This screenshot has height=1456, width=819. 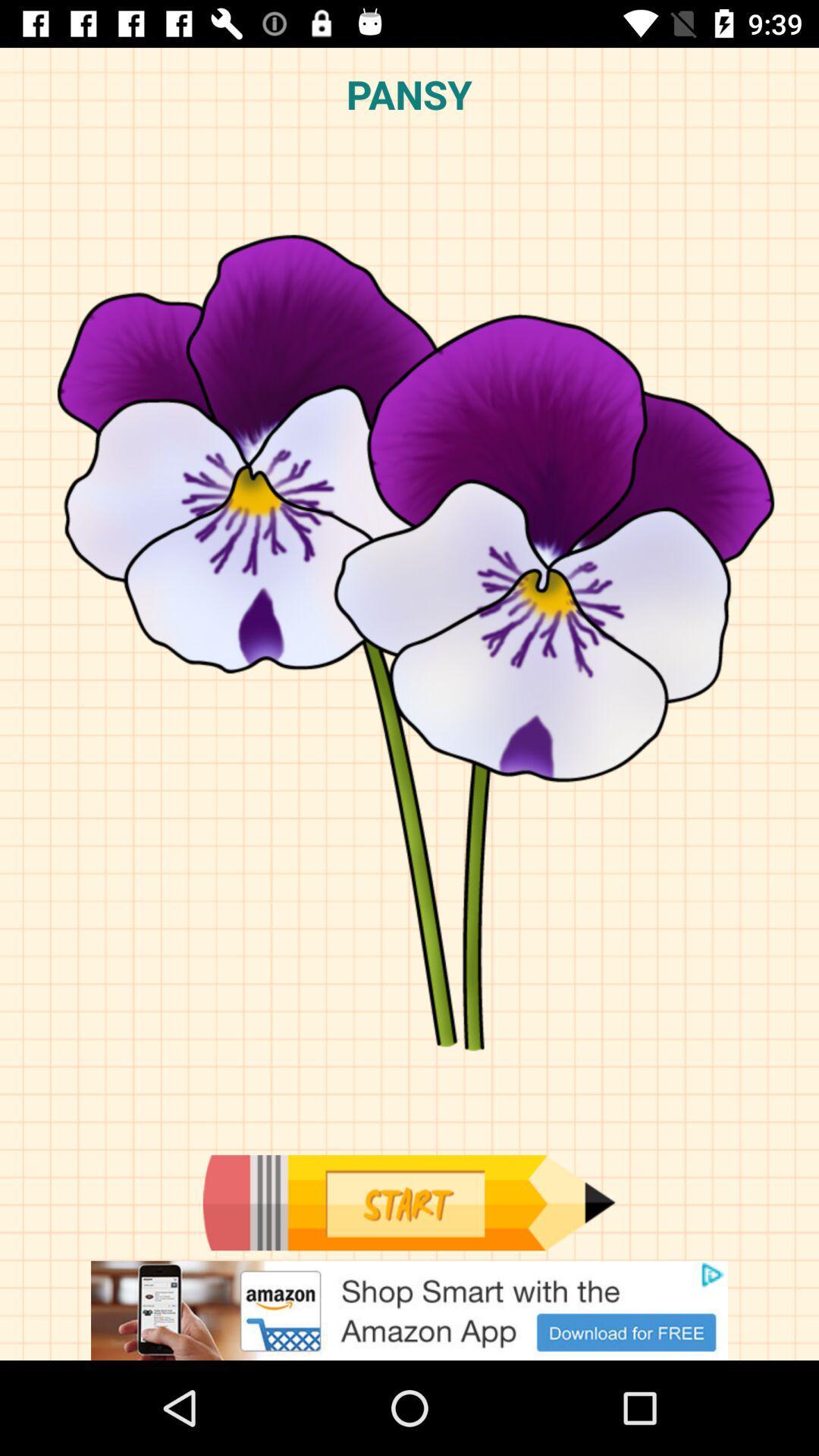 What do you see at coordinates (408, 1202) in the screenshot?
I see `start drawing` at bounding box center [408, 1202].